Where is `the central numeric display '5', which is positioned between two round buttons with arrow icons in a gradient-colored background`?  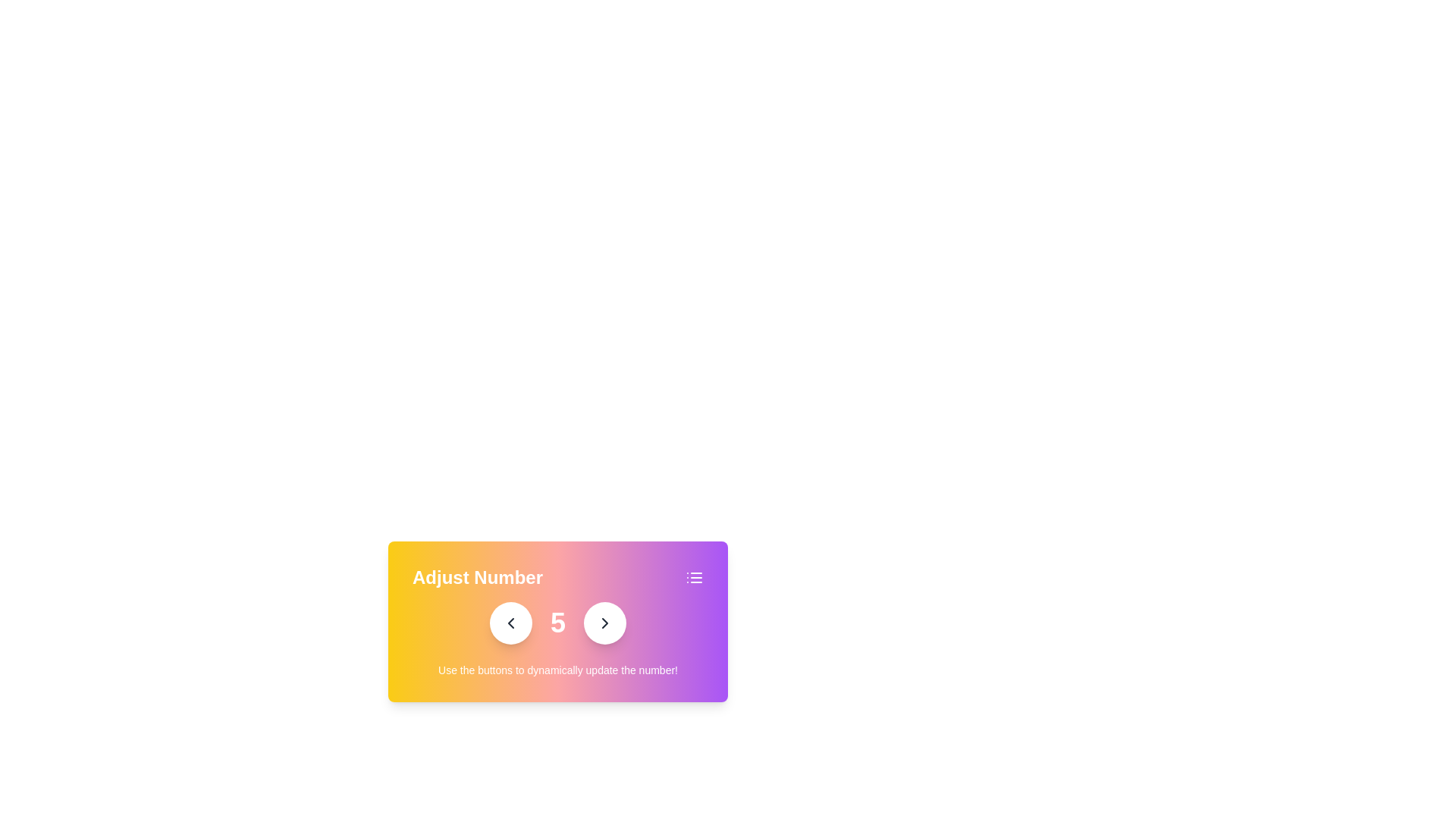
the central numeric display '5', which is positioned between two round buttons with arrow icons in a gradient-colored background is located at coordinates (557, 623).